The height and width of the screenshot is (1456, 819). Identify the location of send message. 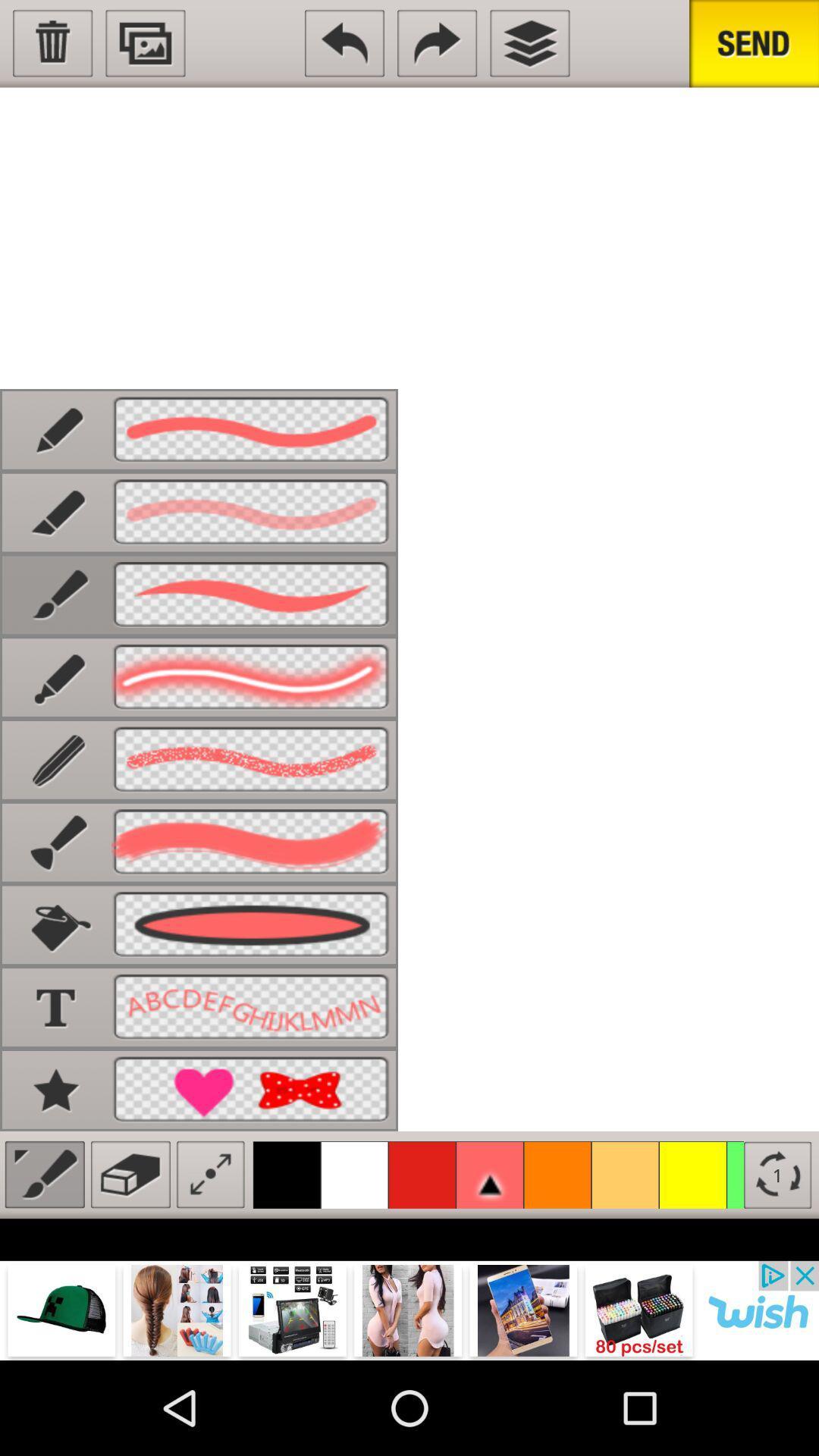
(754, 43).